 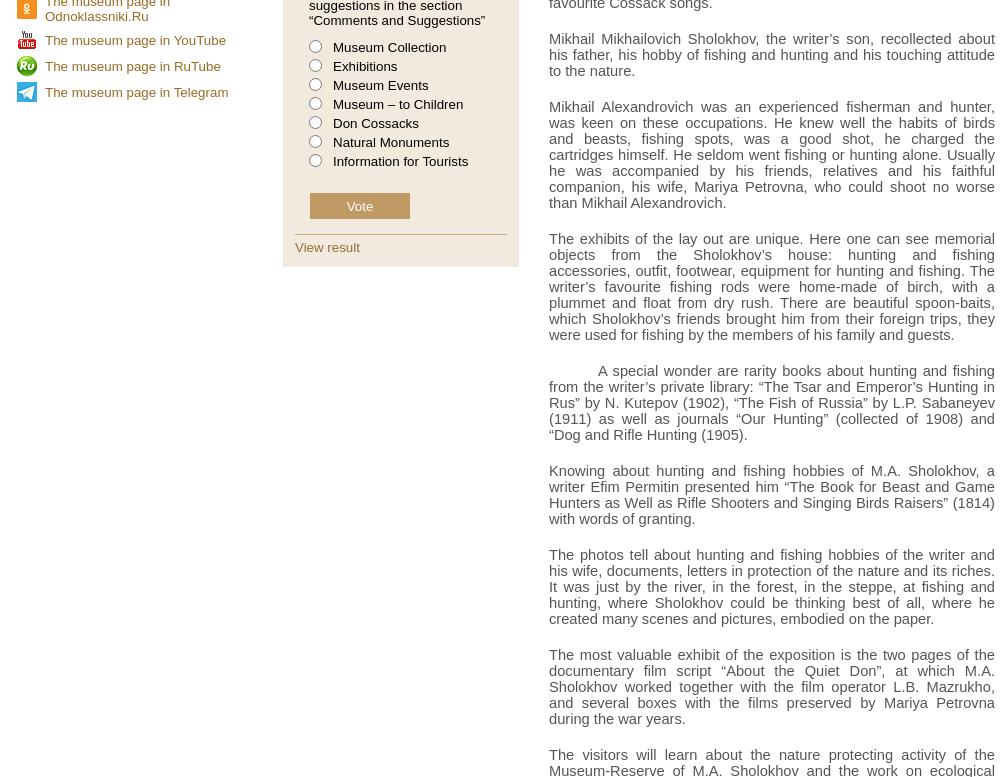 What do you see at coordinates (332, 123) in the screenshot?
I see `'Don Cossacks'` at bounding box center [332, 123].